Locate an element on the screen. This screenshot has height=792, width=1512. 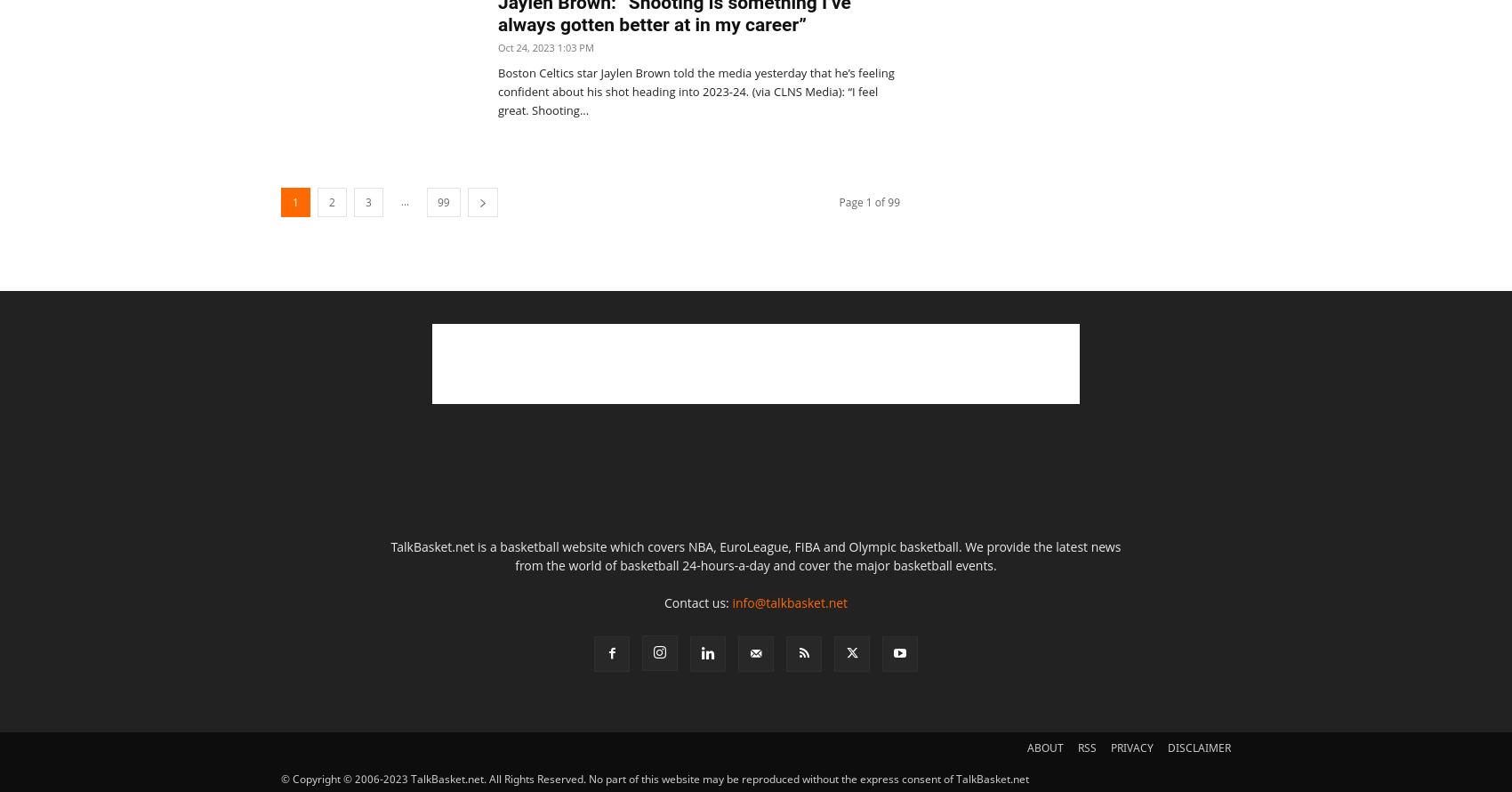
'Boston Celtics star Jaylen Brown told the media yesterday that he’s feeling confident about his shot heading into 2023-24. (via CLNS Media): “I feel great. Shooting...' is located at coordinates (695, 90).